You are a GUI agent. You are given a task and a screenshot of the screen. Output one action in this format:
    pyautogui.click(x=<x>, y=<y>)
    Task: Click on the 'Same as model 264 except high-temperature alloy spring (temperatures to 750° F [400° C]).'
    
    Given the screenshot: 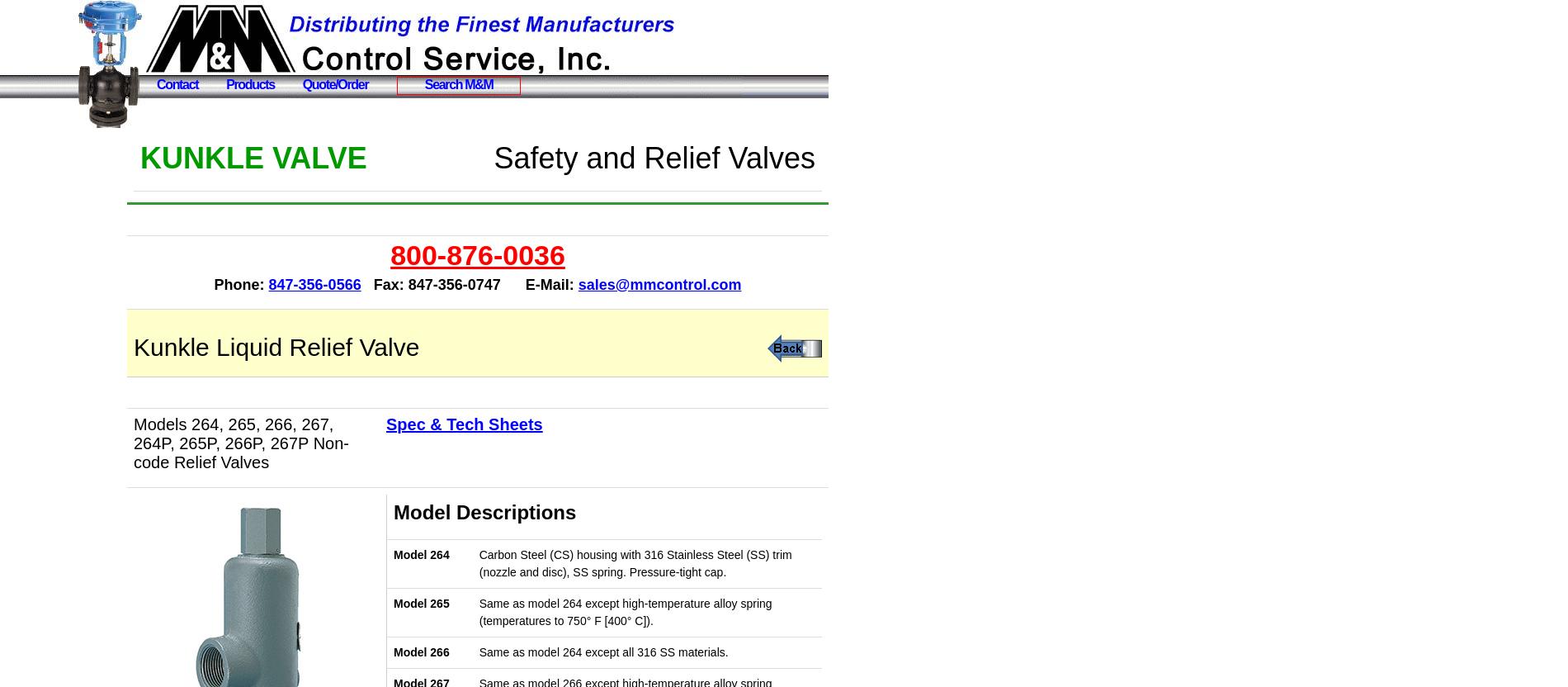 What is the action you would take?
    pyautogui.click(x=624, y=612)
    